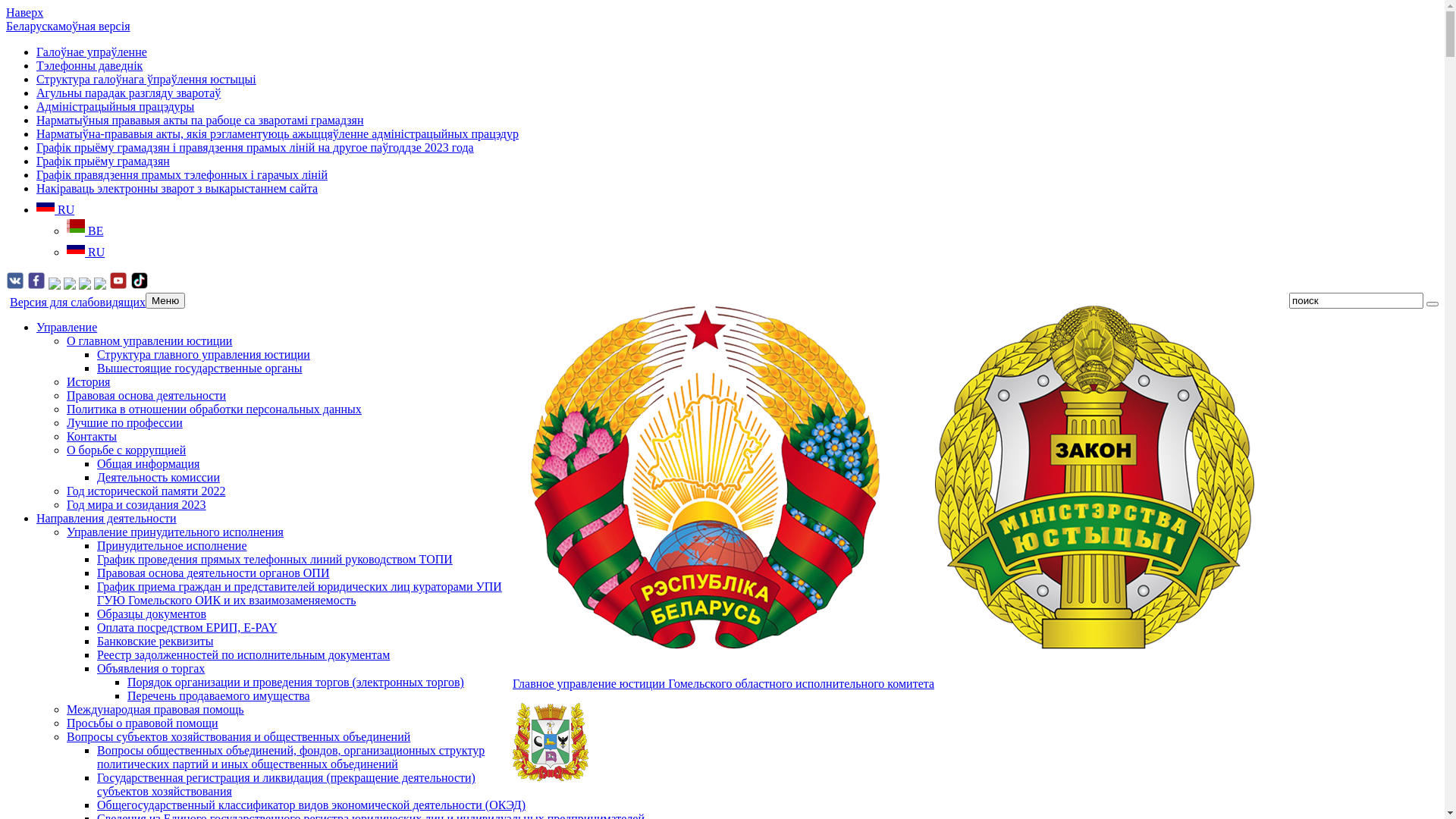 Image resolution: width=1456 pixels, height=819 pixels. What do you see at coordinates (83, 231) in the screenshot?
I see `'BE'` at bounding box center [83, 231].